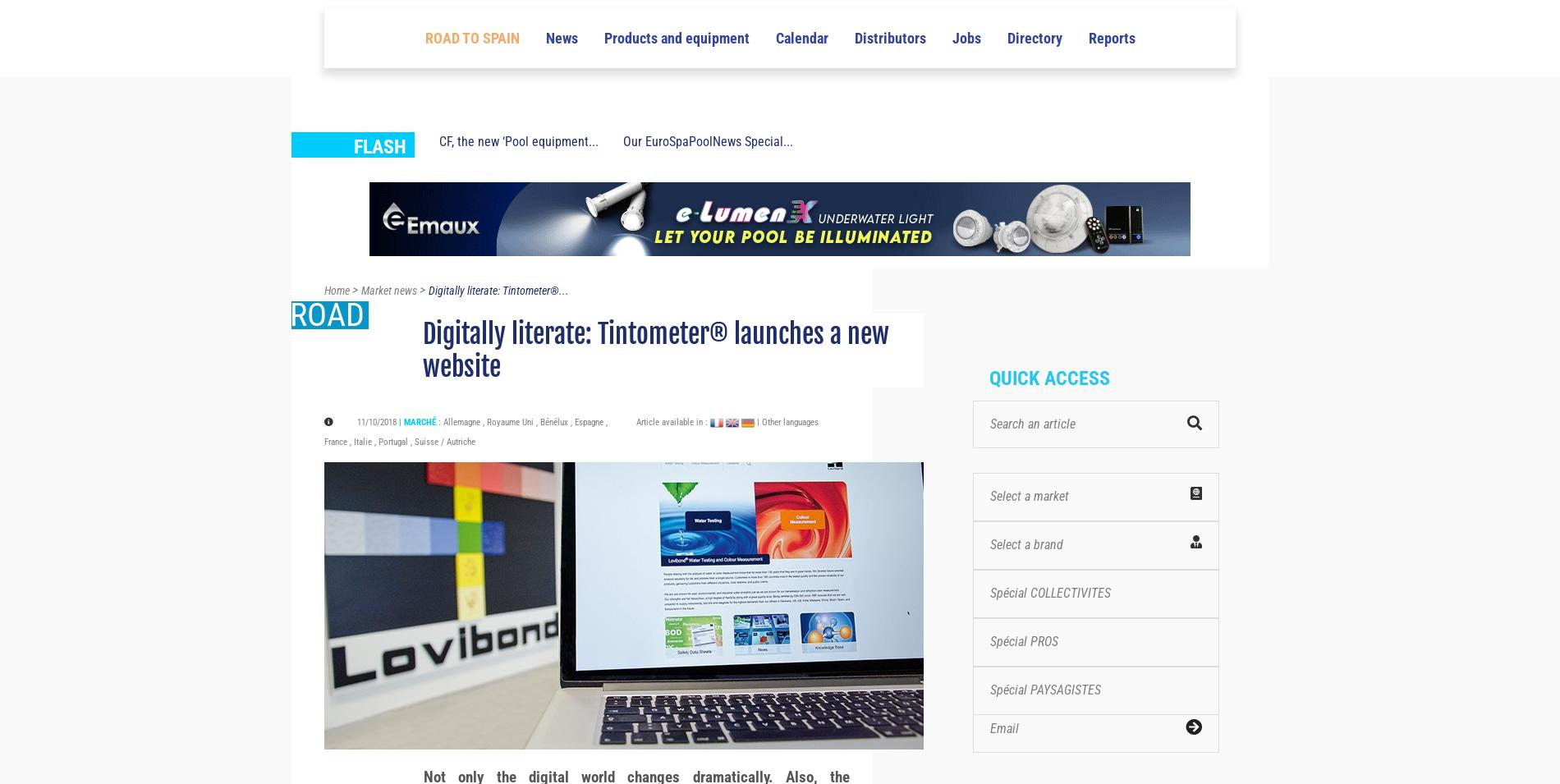 The height and width of the screenshot is (784, 1560). I want to click on 'France', so click(335, 471).